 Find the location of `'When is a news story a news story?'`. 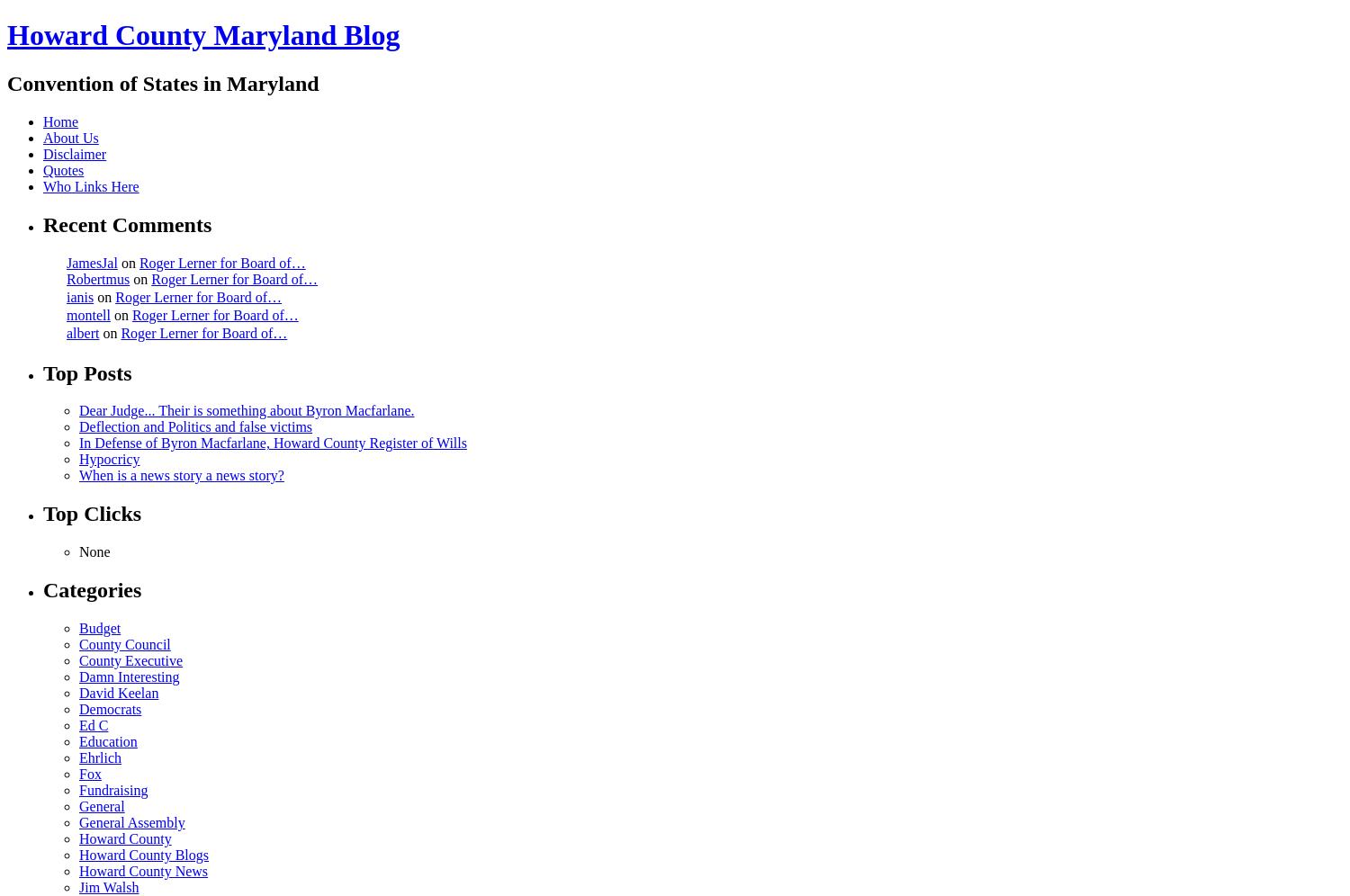

'When is a news story a news story?' is located at coordinates (180, 475).